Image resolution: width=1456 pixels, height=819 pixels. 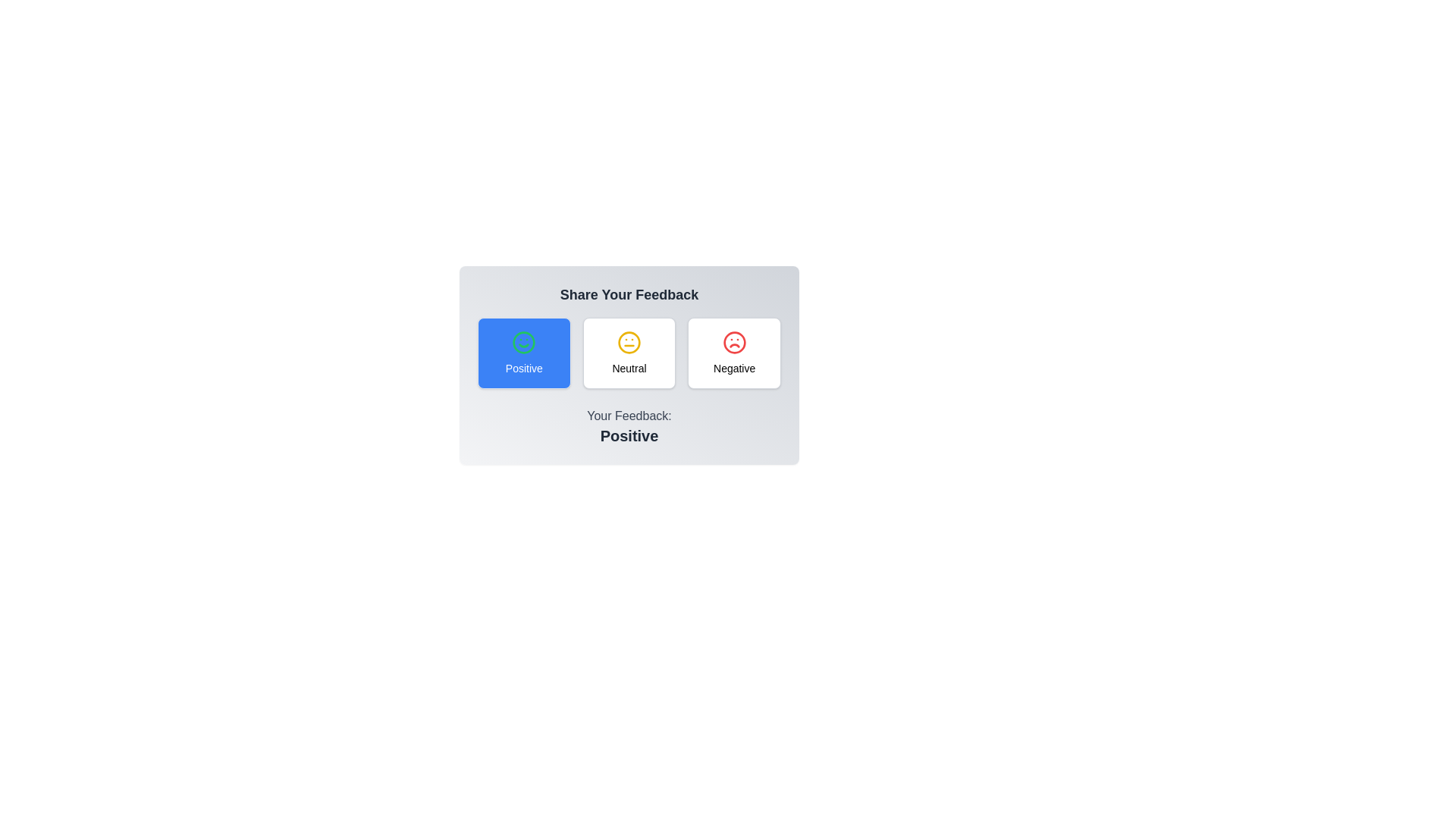 What do you see at coordinates (524, 353) in the screenshot?
I see `the feedback option Positive for accessibility testing` at bounding box center [524, 353].